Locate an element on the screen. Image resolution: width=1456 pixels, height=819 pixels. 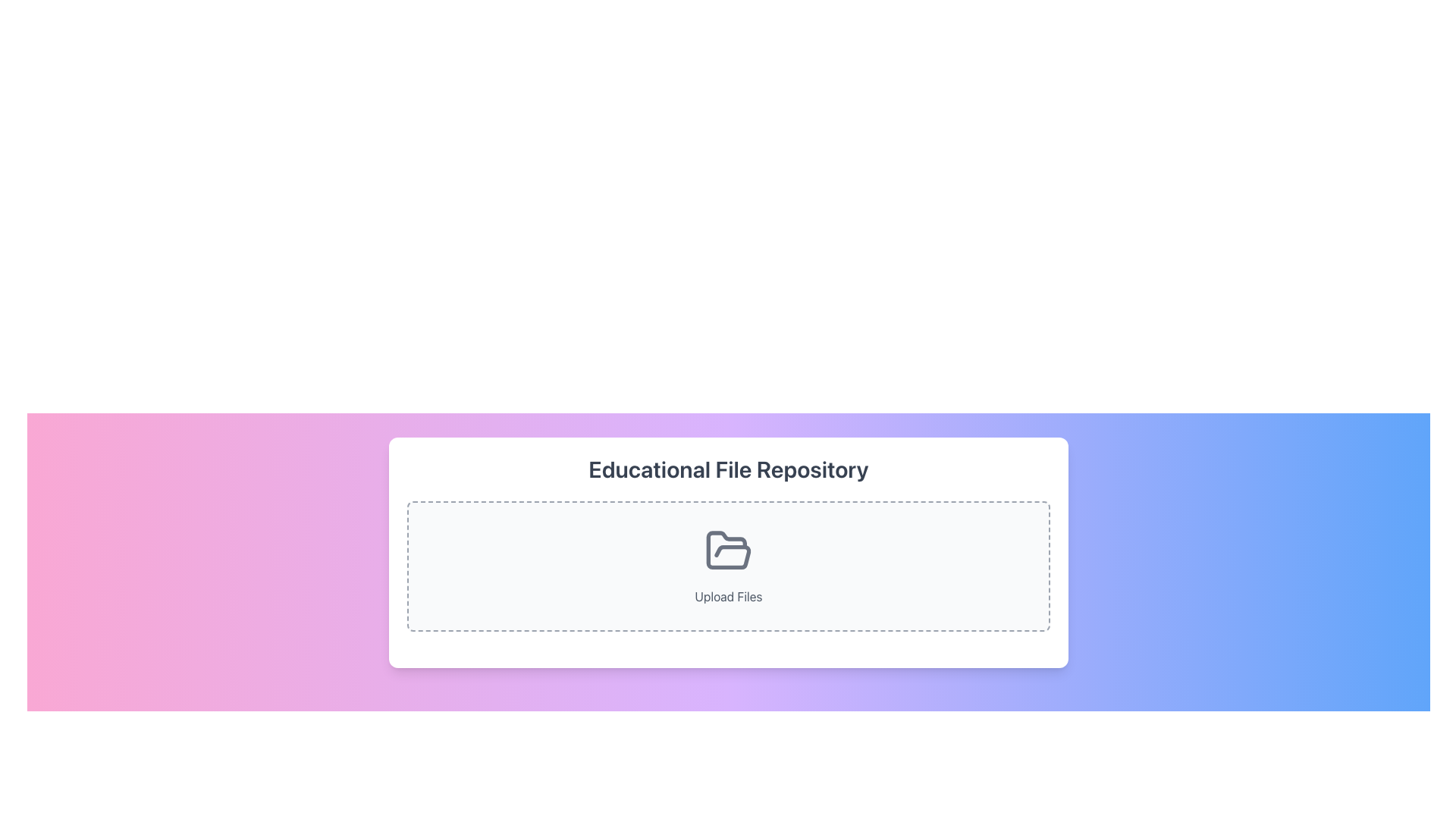
the folder icon (SVG Graphic) that represents the upload functionality in the Educational File Repository section is located at coordinates (728, 550).